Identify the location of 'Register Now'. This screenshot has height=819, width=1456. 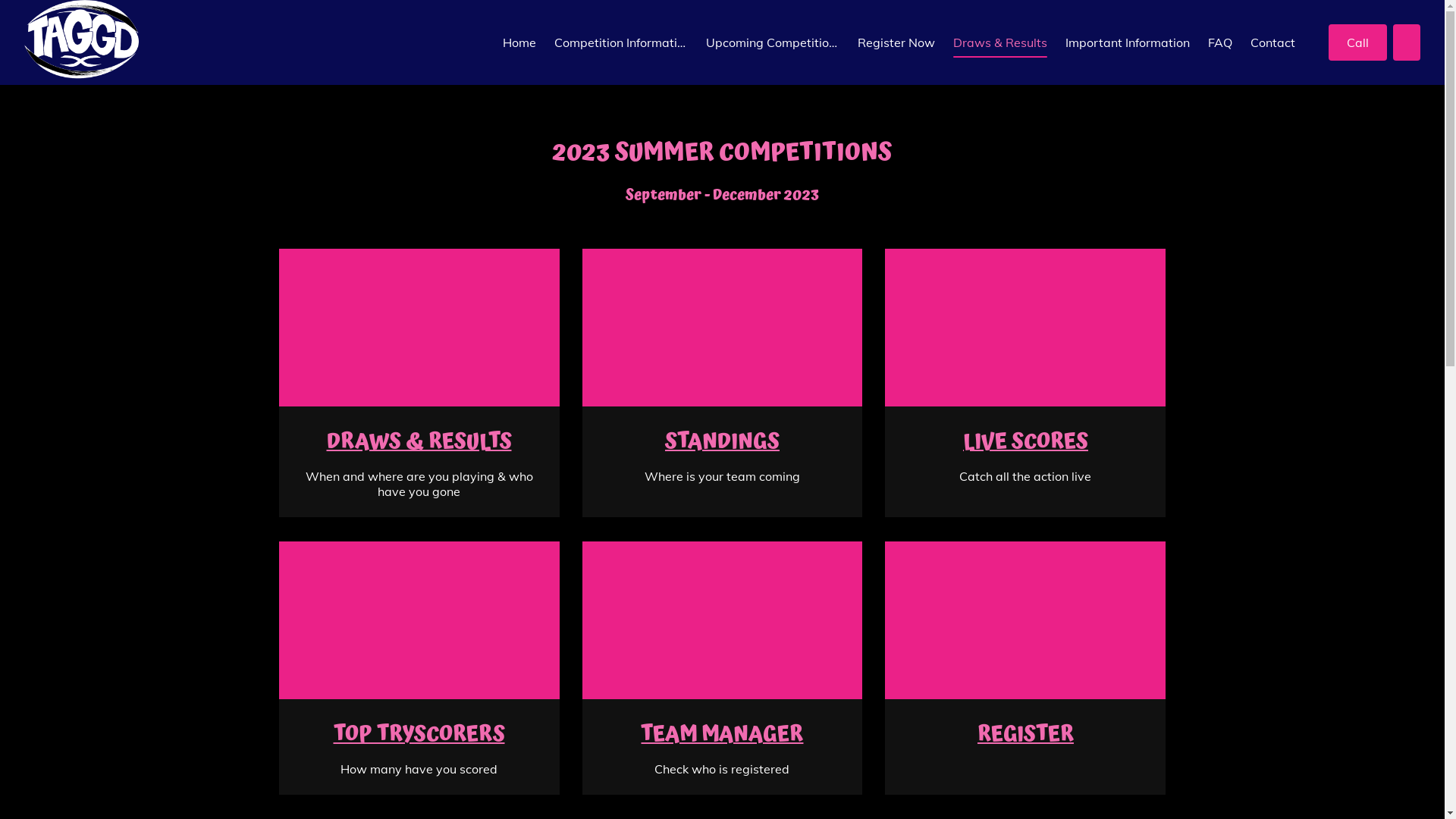
(896, 42).